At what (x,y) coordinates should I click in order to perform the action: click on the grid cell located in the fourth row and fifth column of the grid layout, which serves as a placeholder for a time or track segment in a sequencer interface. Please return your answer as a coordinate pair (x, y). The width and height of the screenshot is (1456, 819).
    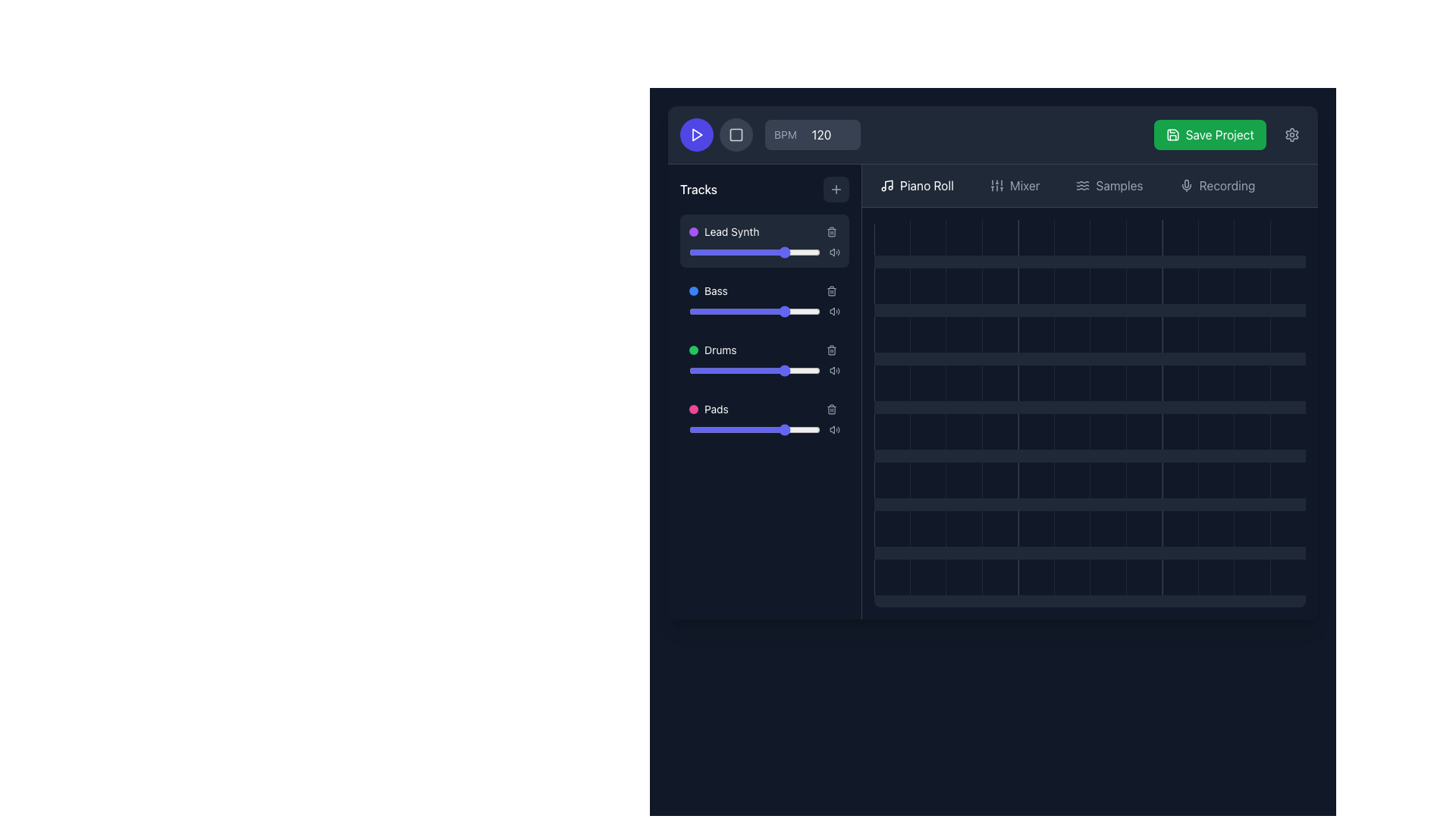
    Looking at the image, I should click on (1035, 382).